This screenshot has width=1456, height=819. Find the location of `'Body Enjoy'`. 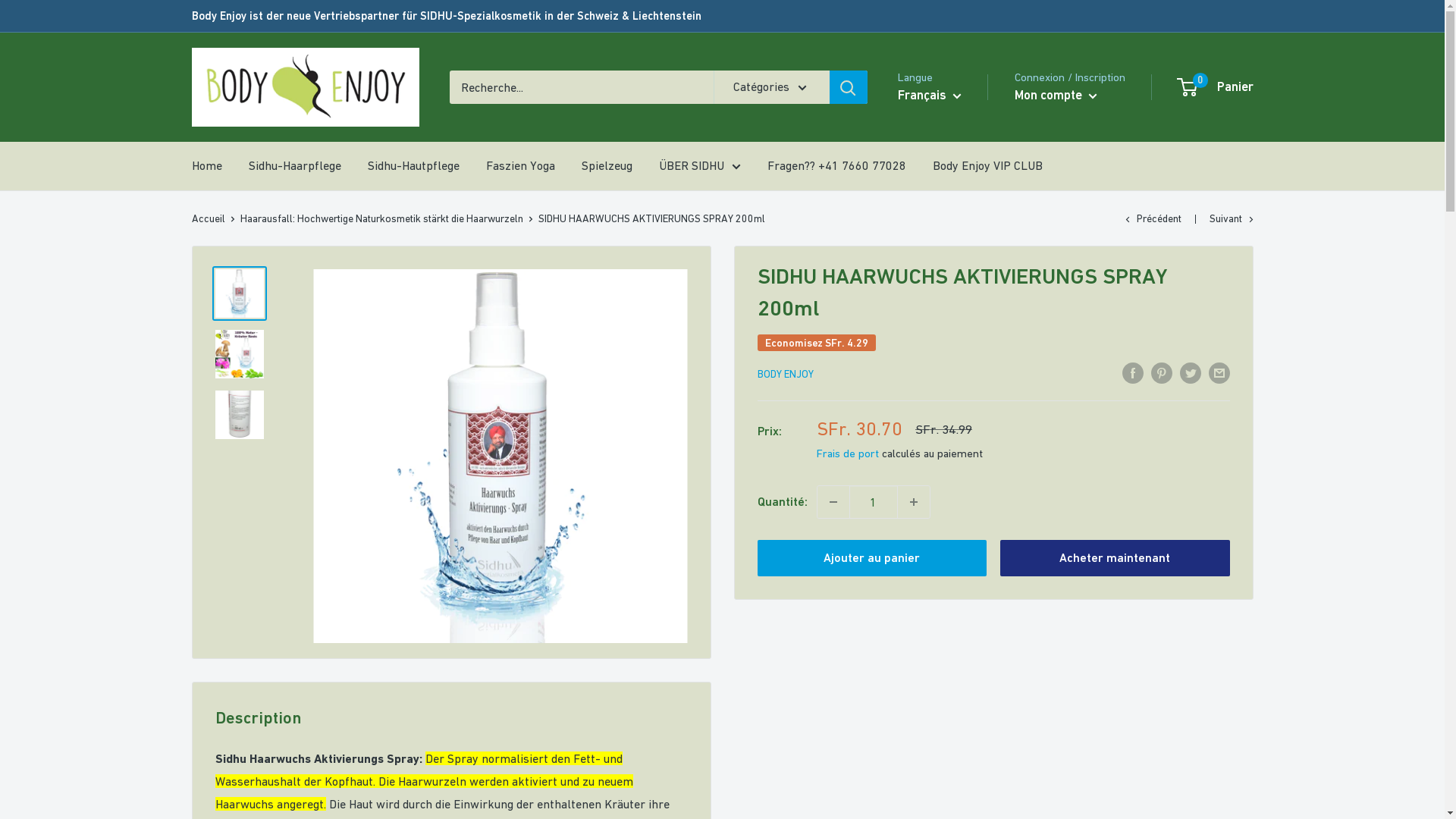

'Body Enjoy' is located at coordinates (304, 87).